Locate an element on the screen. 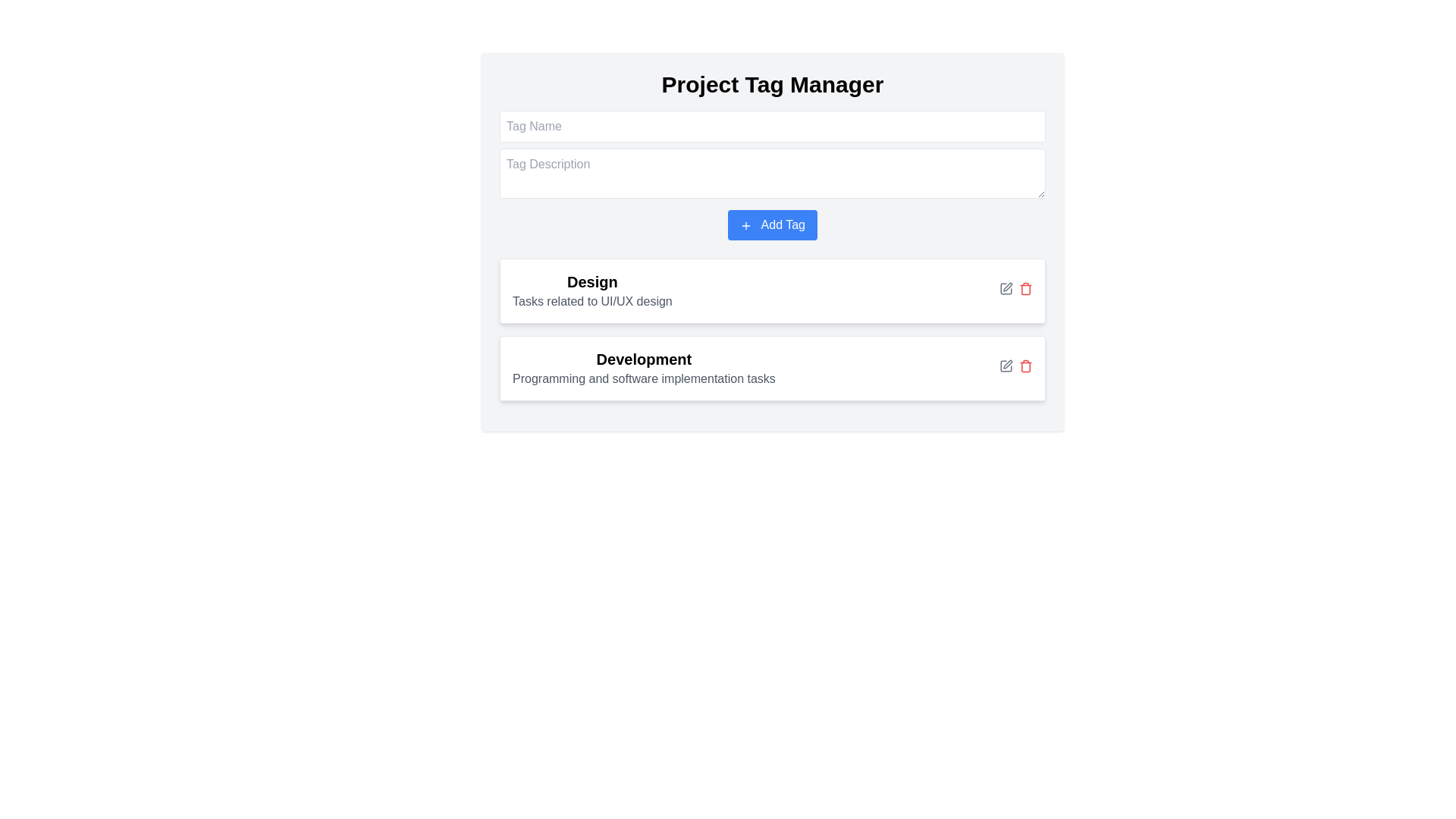 This screenshot has width=1456, height=819. the 'Tag Description' input field to observe any visual state changes such as focus highlighting is located at coordinates (772, 172).